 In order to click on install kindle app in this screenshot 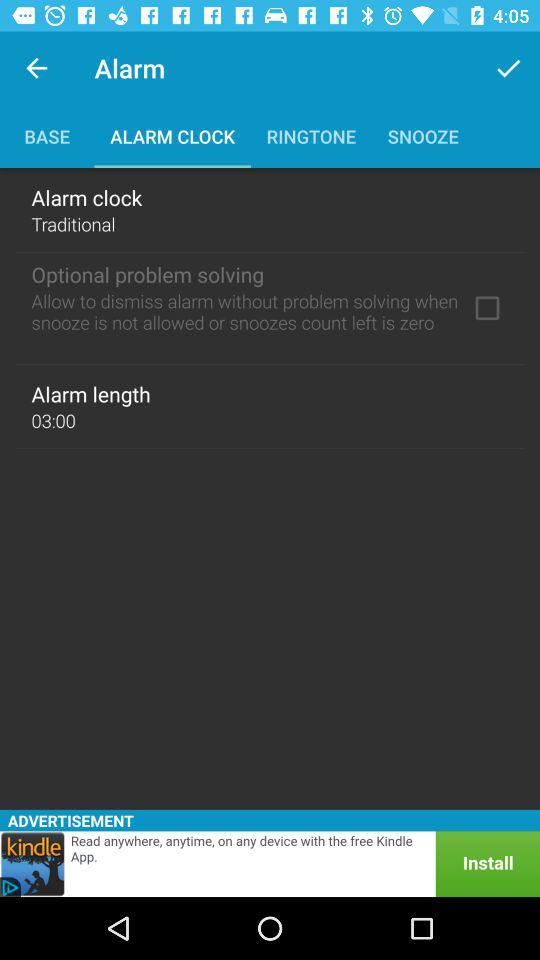, I will do `click(270, 863)`.